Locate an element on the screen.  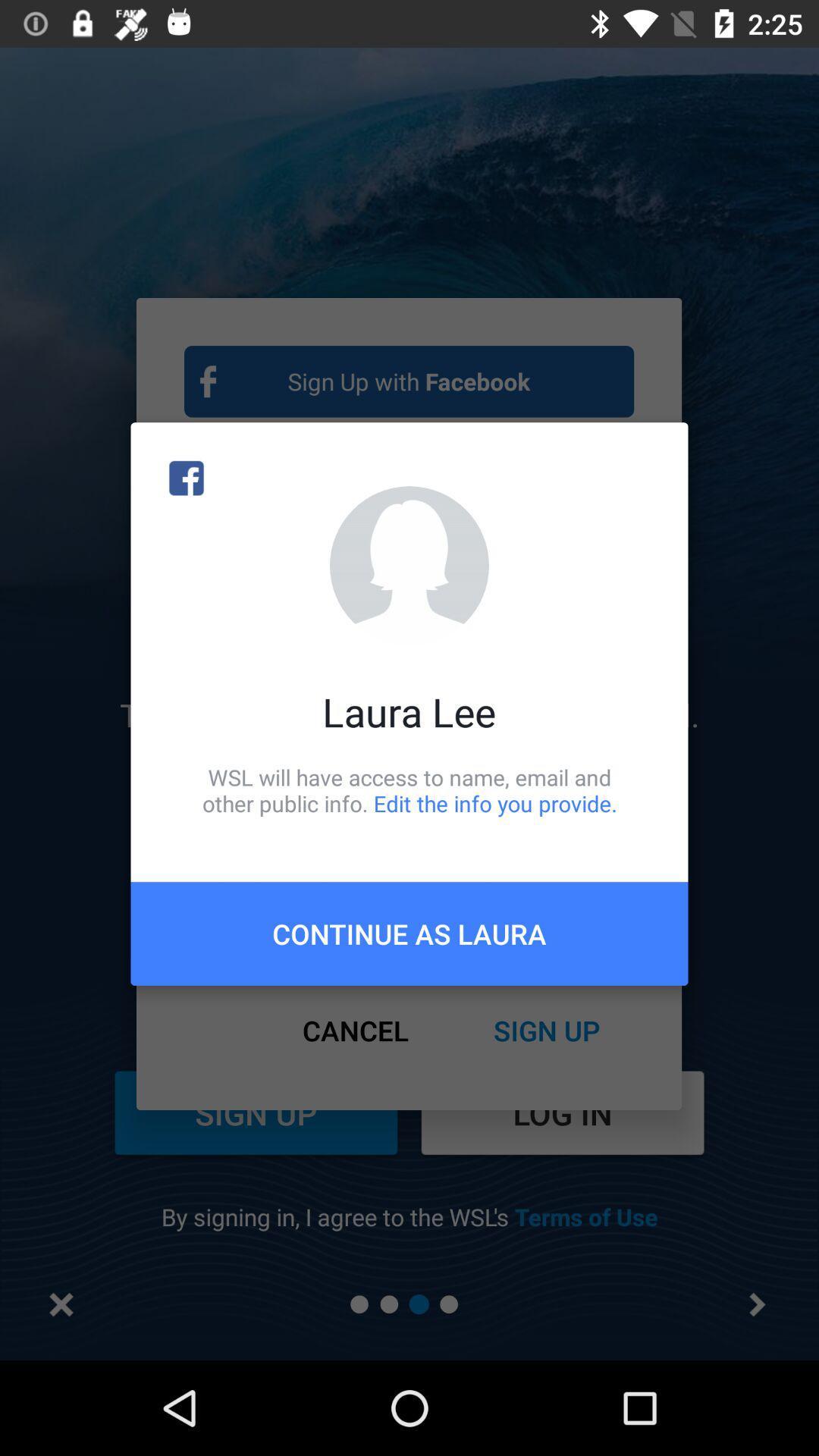
the icon below wsl will have item is located at coordinates (409, 933).